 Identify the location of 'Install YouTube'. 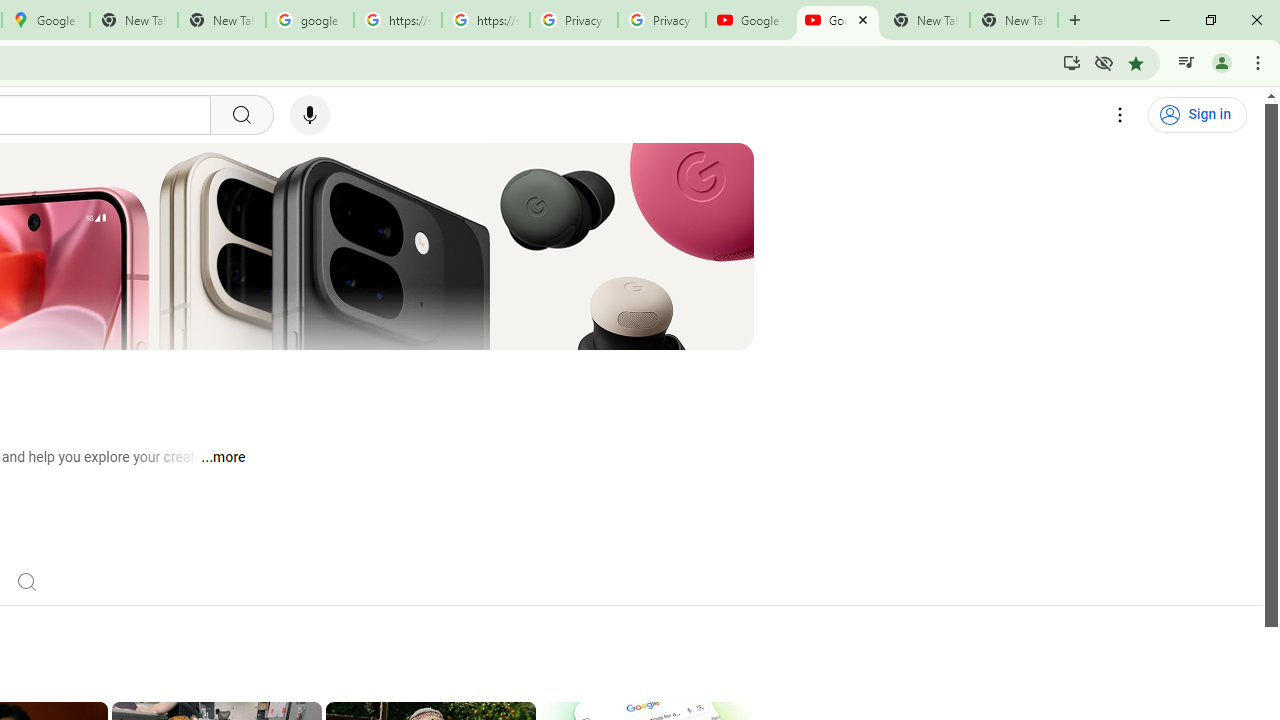
(1071, 61).